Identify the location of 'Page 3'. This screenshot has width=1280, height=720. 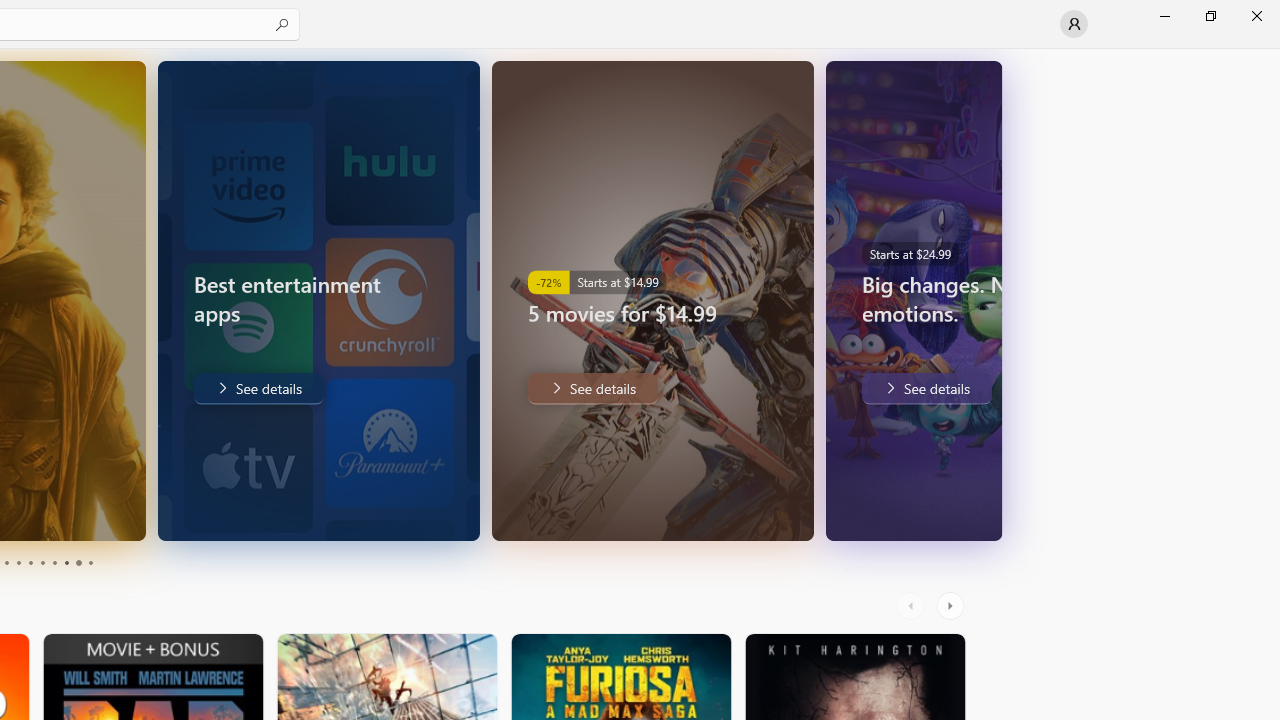
(5, 563).